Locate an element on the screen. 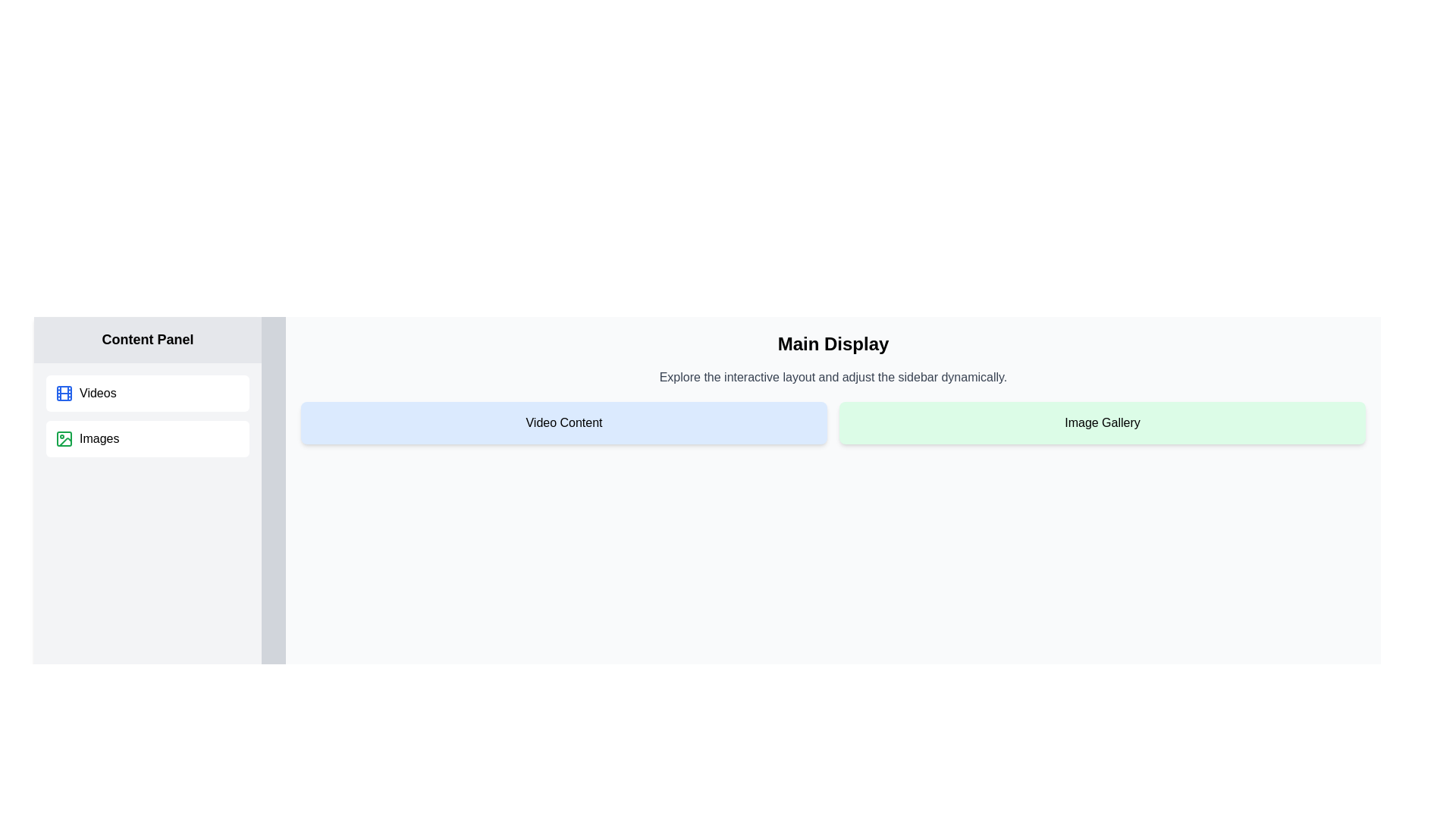  the 'Image Gallery' button, which is a rectangular component with rounded corners and a light green background is located at coordinates (1103, 423).